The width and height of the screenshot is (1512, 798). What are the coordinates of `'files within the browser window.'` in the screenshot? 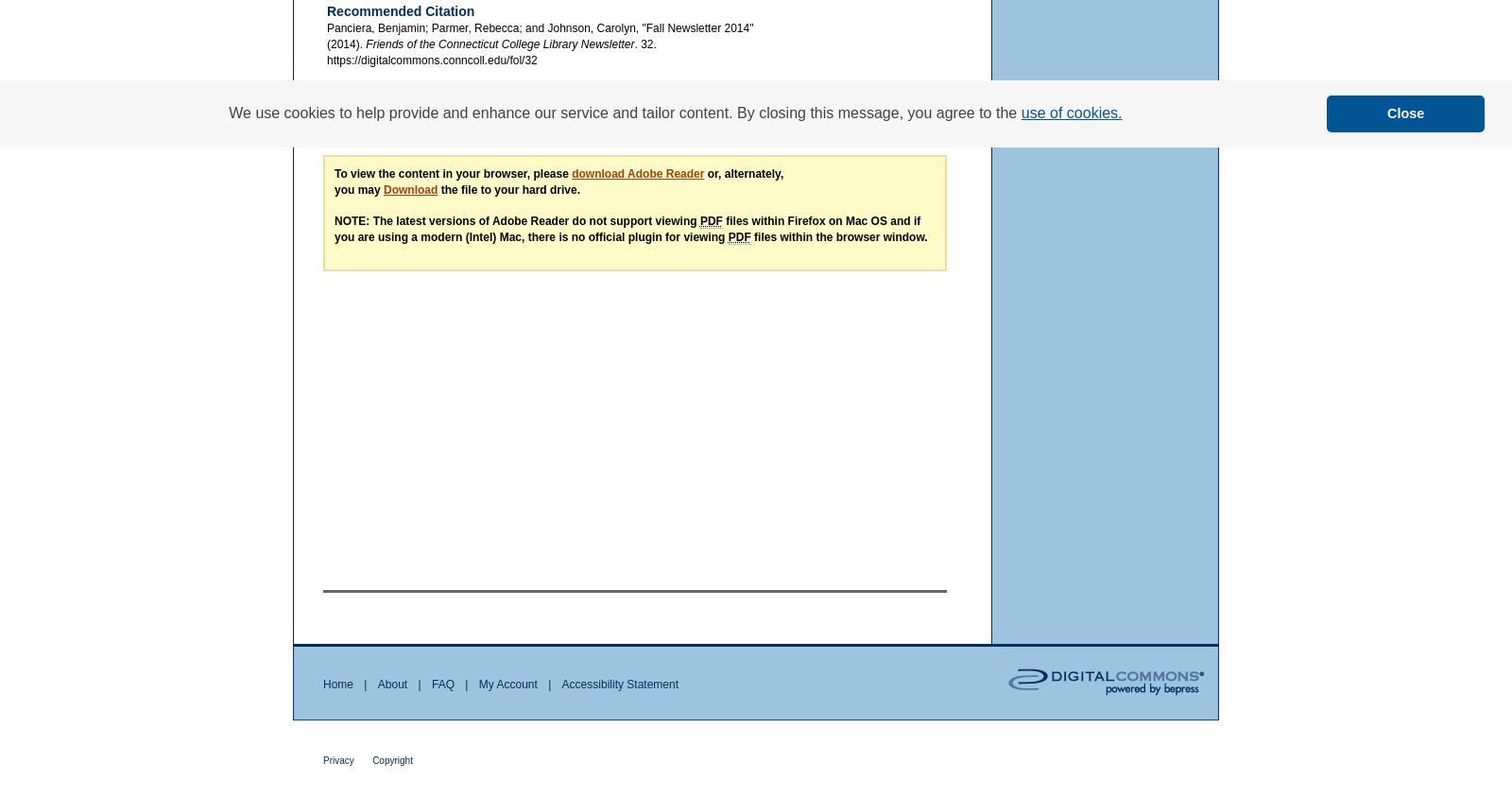 It's located at (750, 234).